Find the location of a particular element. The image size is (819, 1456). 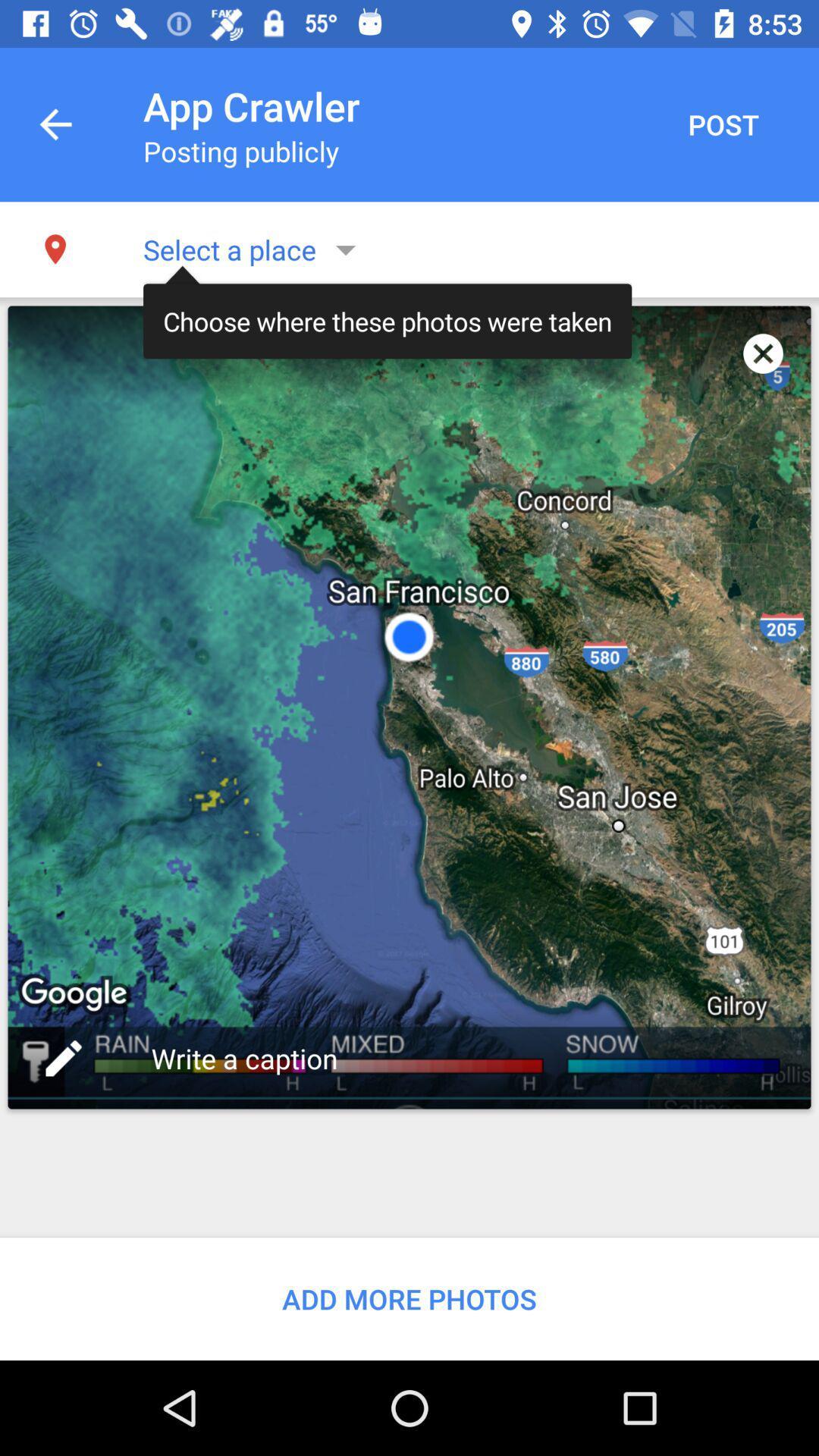

add more photos app is located at coordinates (409, 1298).